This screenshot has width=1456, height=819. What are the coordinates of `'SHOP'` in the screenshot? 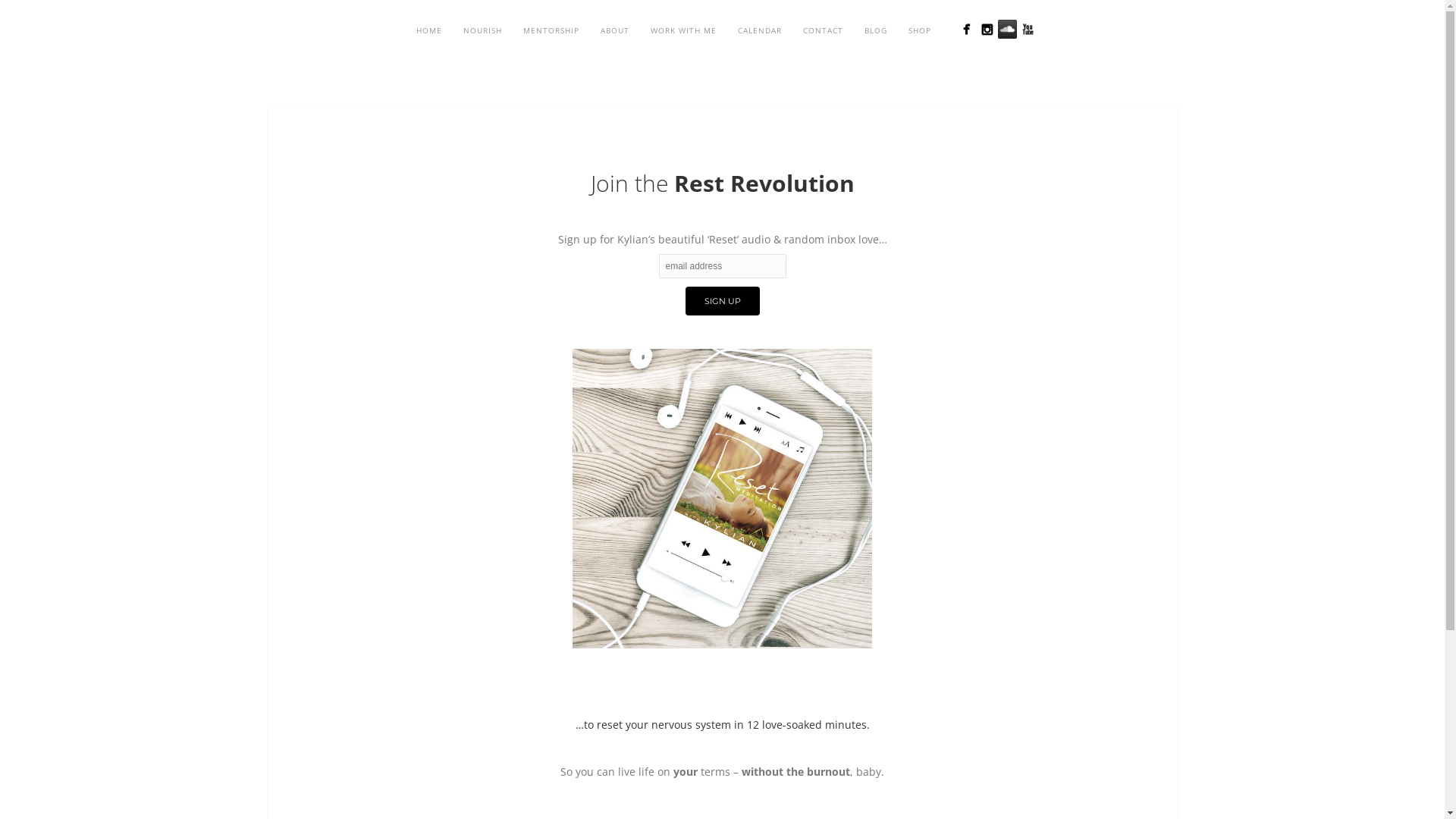 It's located at (898, 30).